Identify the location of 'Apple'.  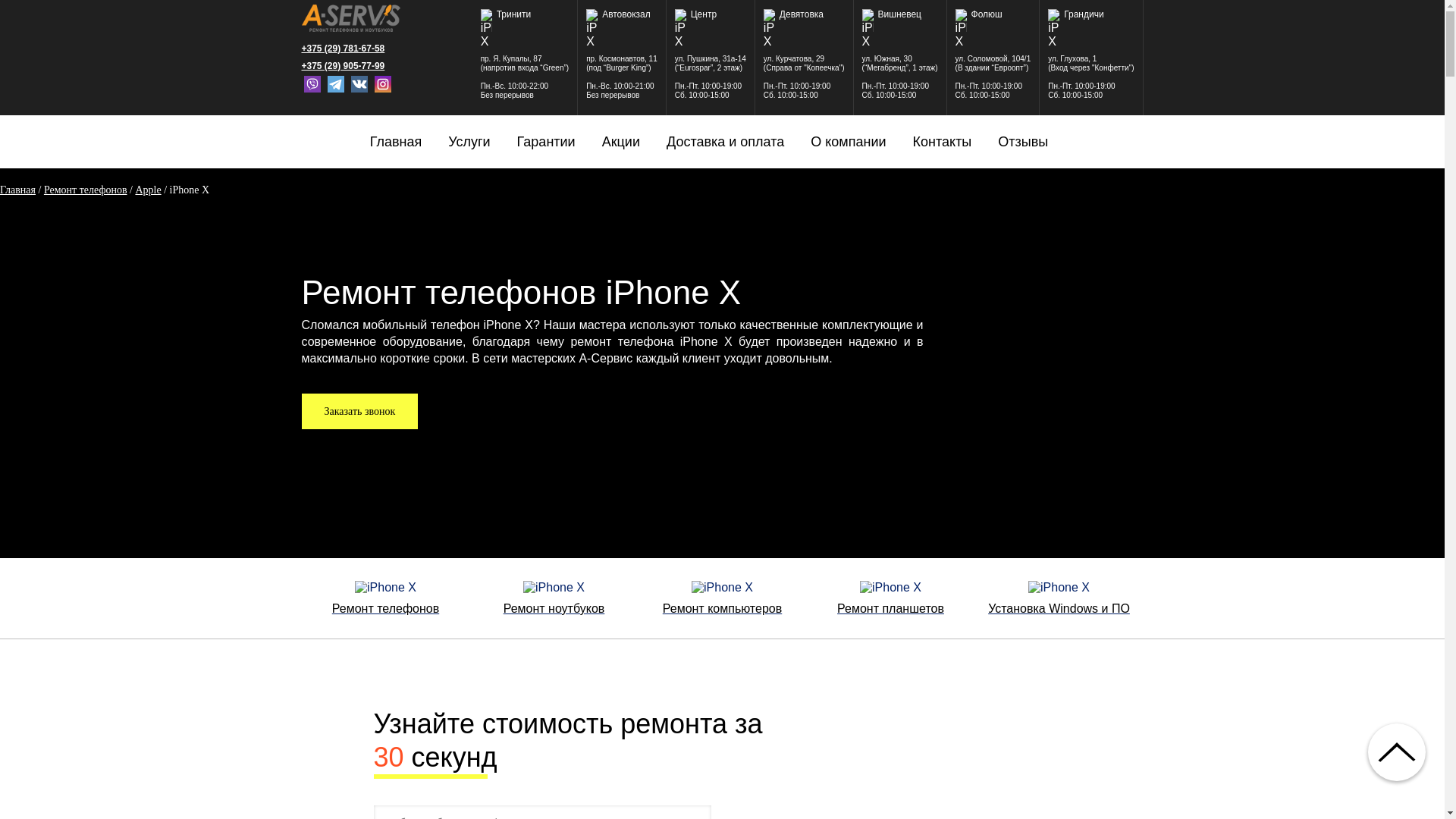
(148, 189).